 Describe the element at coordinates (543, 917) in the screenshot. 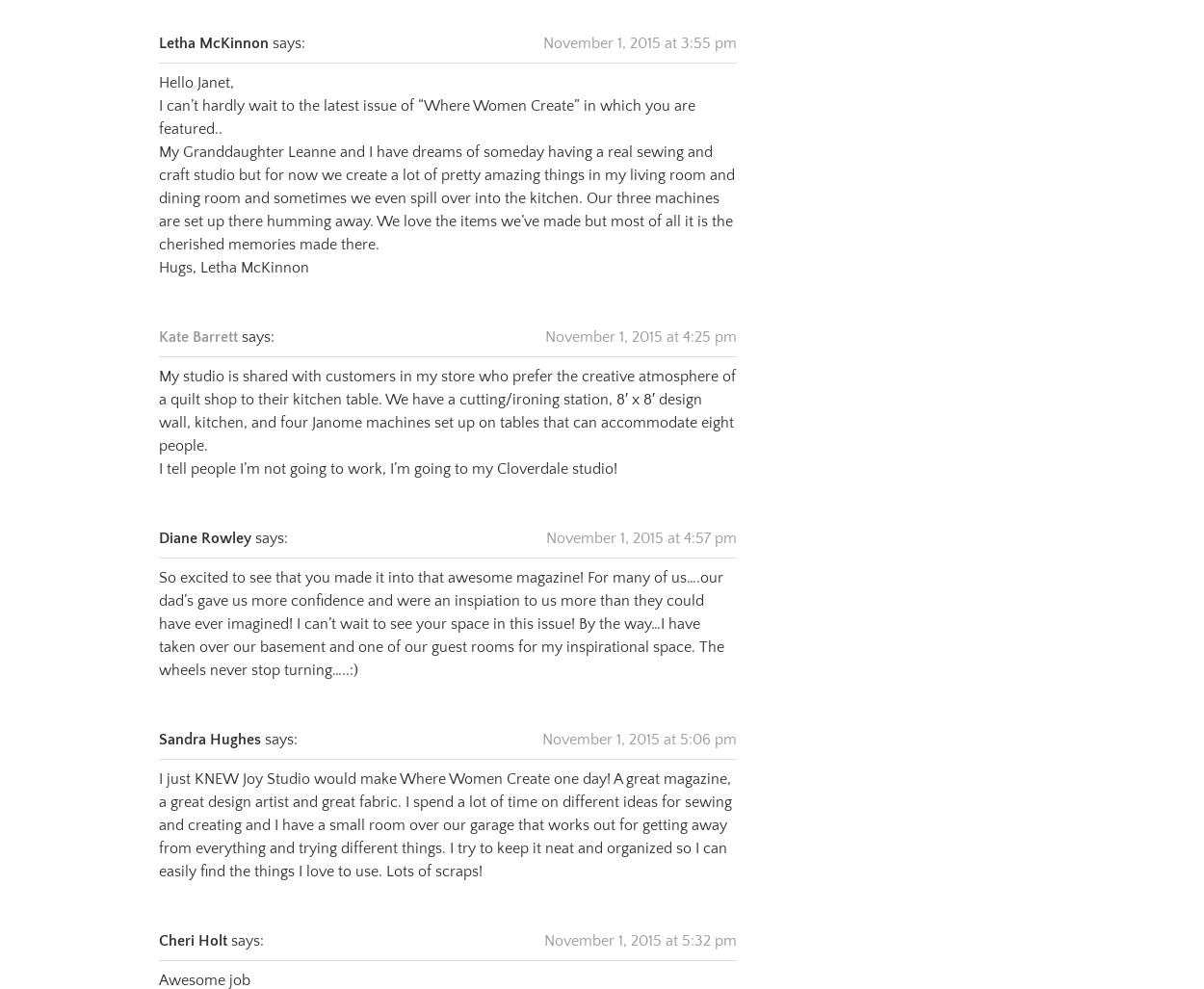

I see `'November 1, 2015 at 5:32 pm'` at that location.